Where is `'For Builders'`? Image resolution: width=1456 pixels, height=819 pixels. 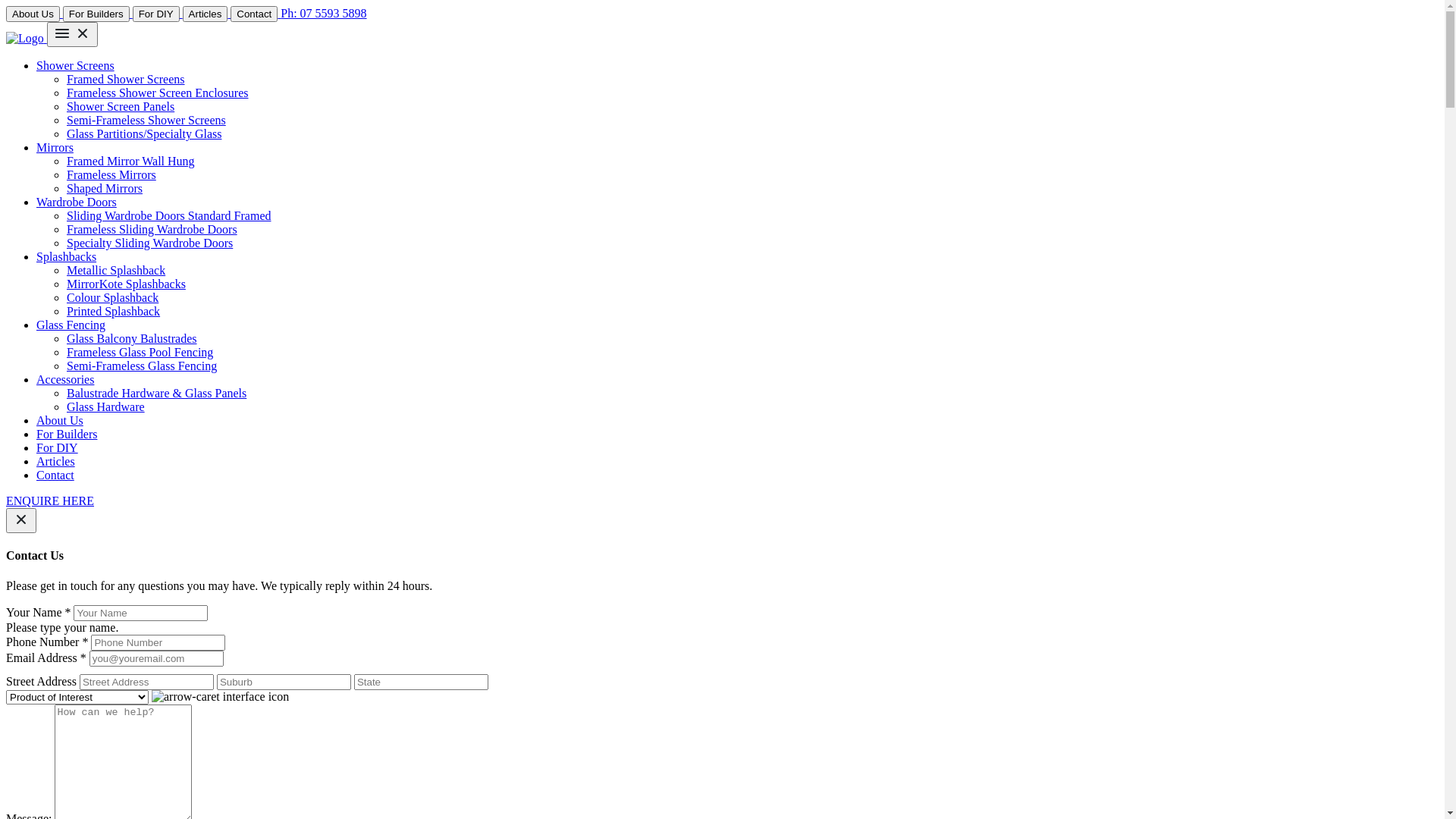
'For Builders' is located at coordinates (95, 14).